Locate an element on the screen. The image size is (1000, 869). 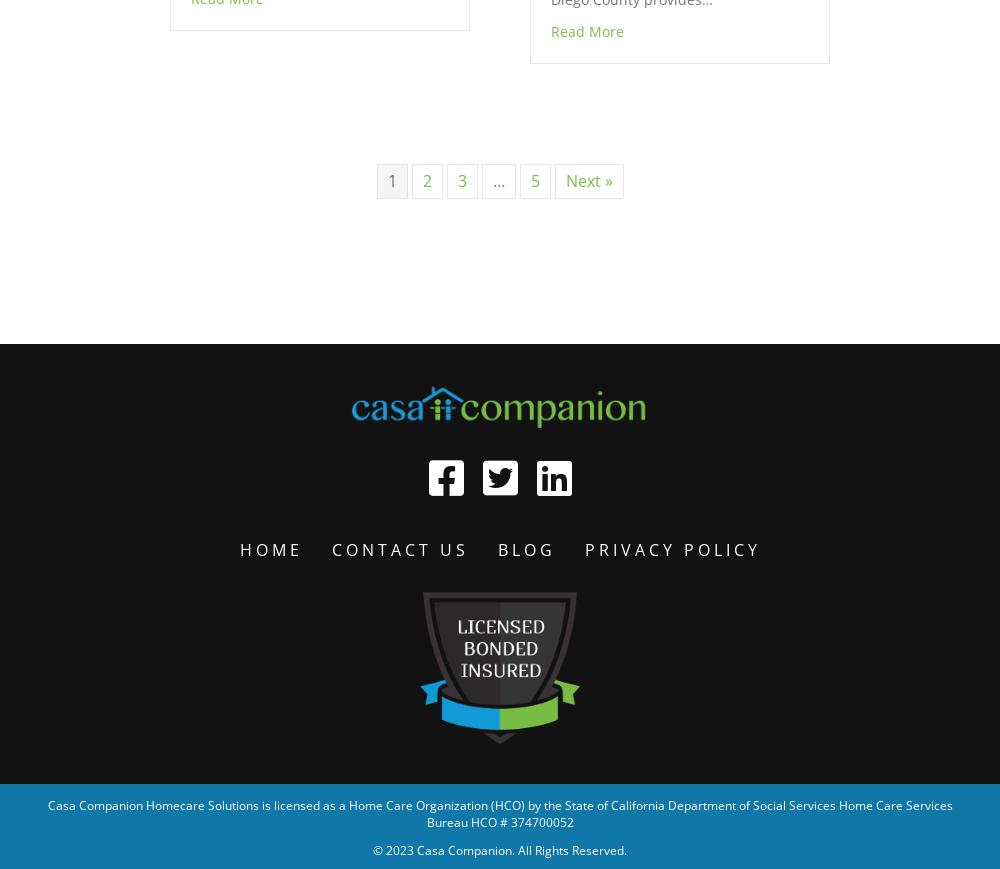
'Blog' is located at coordinates (526, 549).